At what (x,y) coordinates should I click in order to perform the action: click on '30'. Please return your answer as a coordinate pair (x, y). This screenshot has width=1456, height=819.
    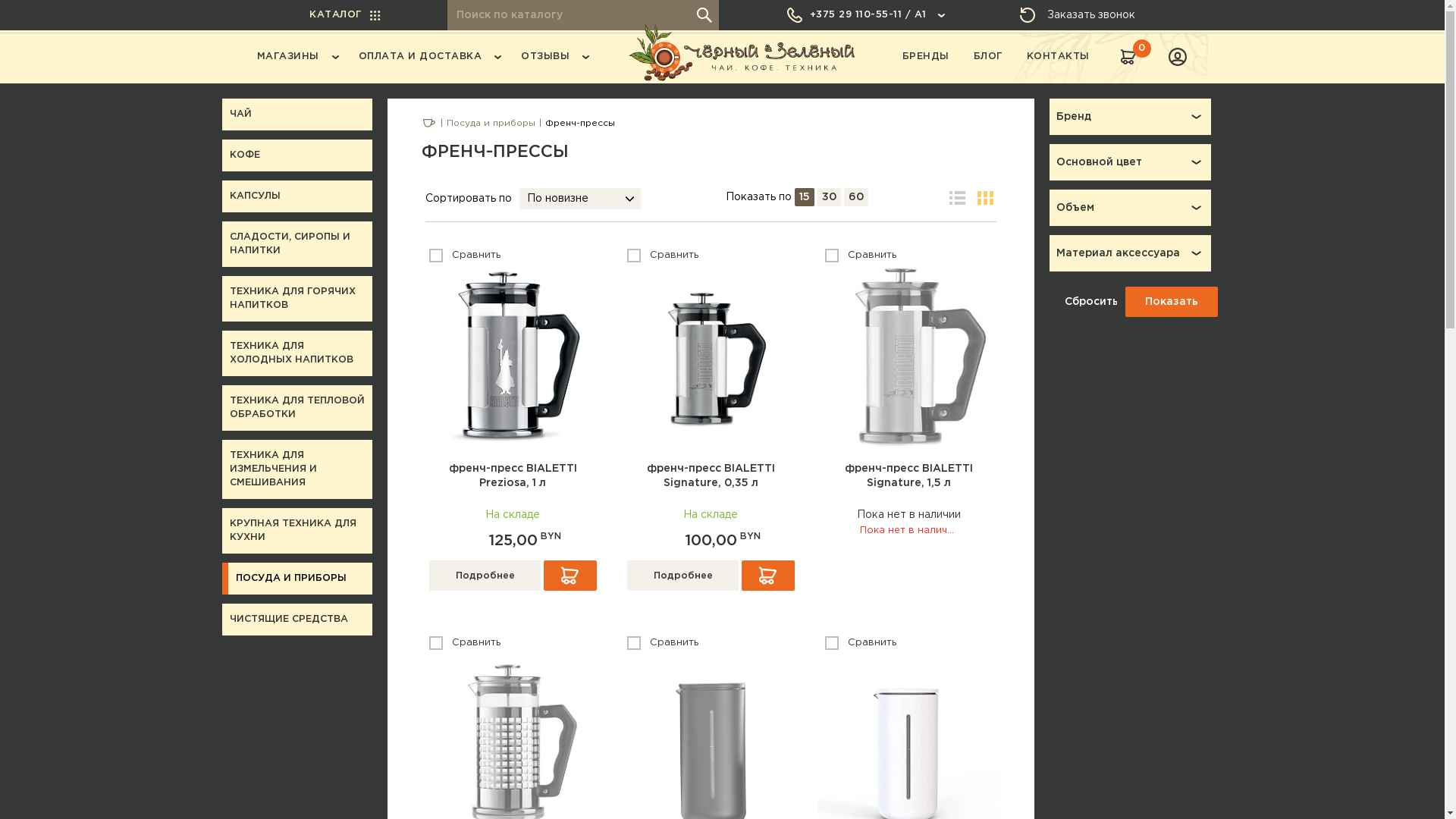
    Looking at the image, I should click on (828, 196).